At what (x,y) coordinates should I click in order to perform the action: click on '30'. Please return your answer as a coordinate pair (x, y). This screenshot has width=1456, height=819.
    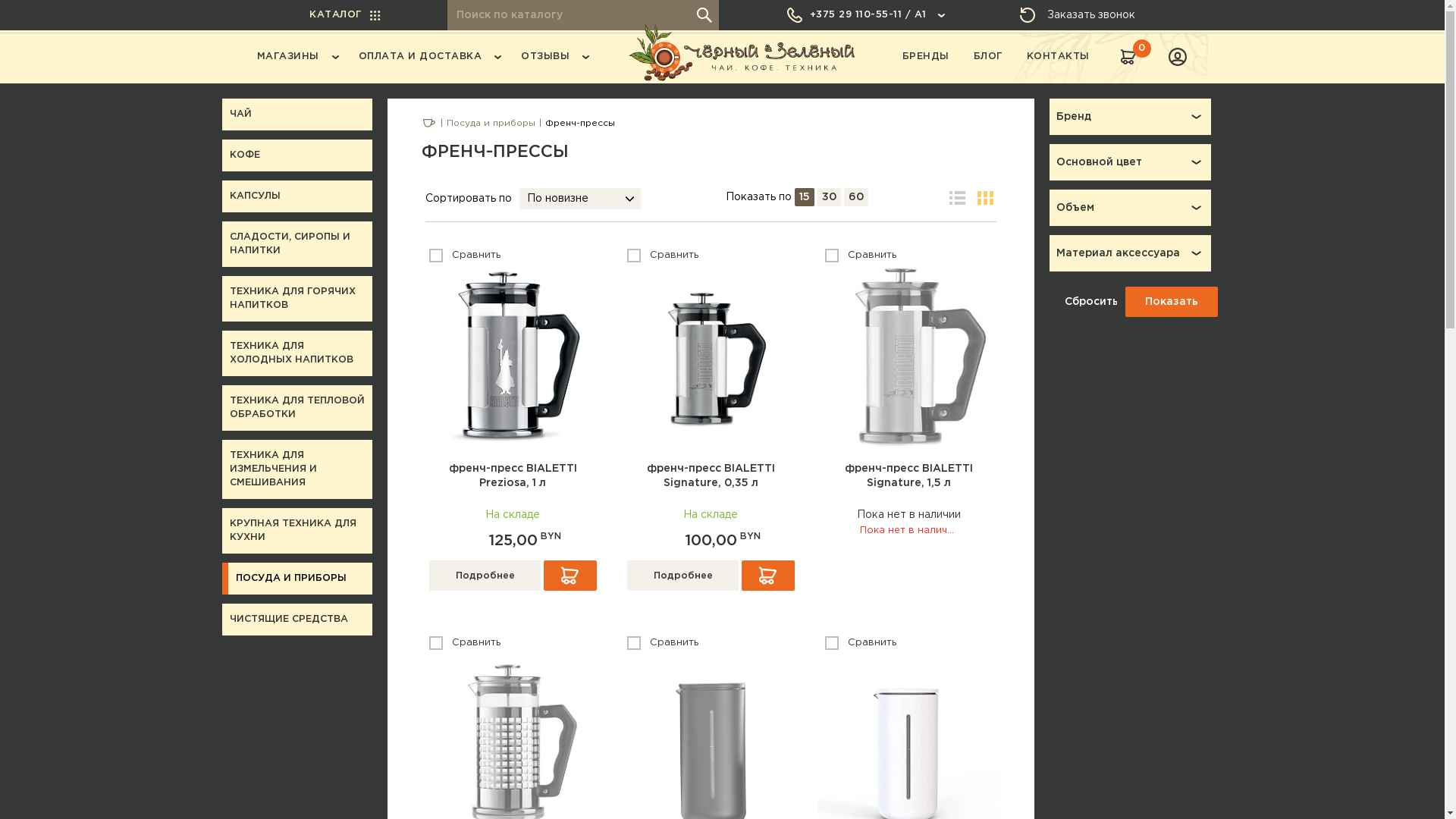
    Looking at the image, I should click on (828, 196).